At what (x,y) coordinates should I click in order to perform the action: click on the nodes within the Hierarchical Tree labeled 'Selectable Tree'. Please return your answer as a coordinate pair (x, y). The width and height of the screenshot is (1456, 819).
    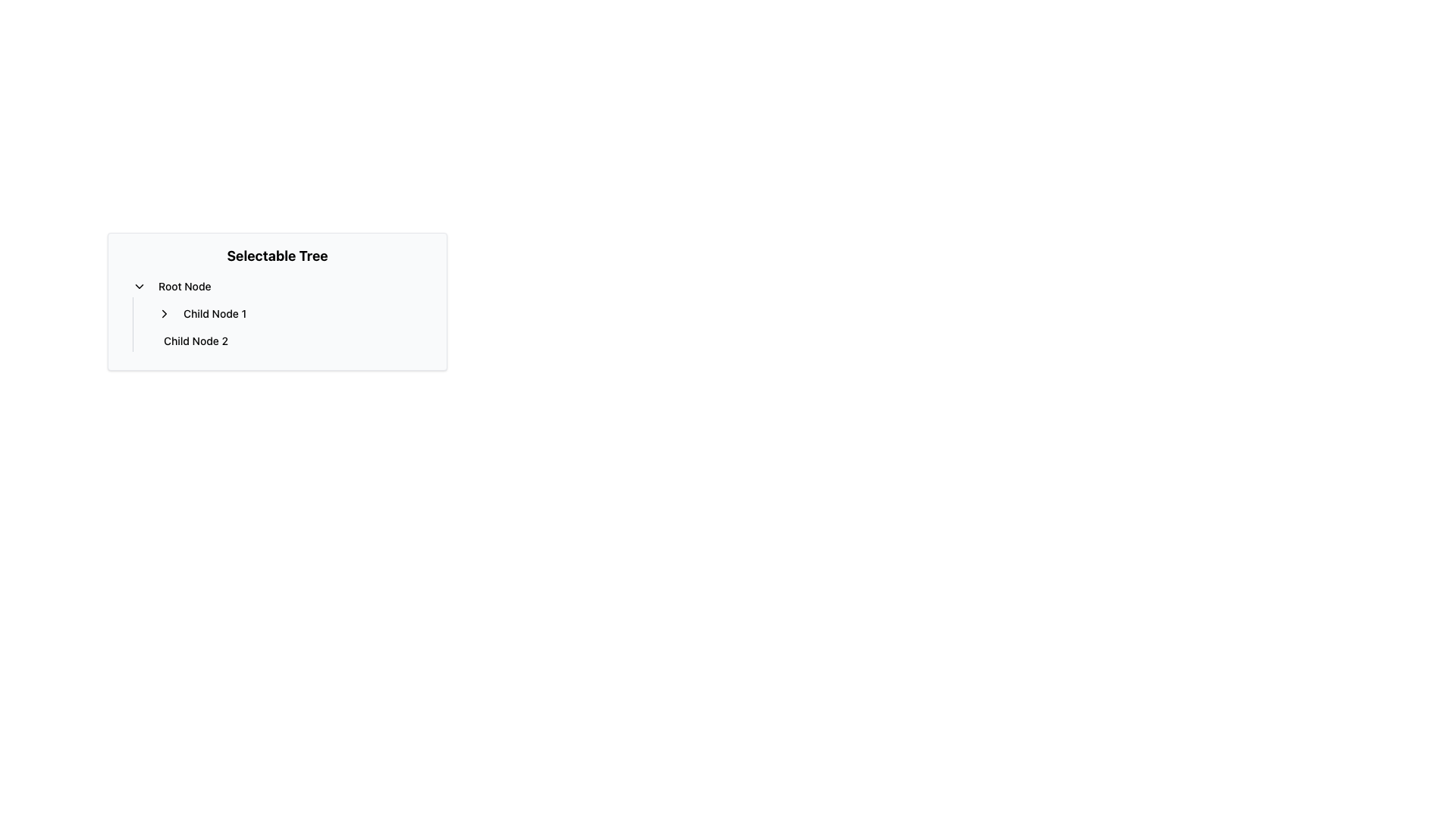
    Looking at the image, I should click on (277, 312).